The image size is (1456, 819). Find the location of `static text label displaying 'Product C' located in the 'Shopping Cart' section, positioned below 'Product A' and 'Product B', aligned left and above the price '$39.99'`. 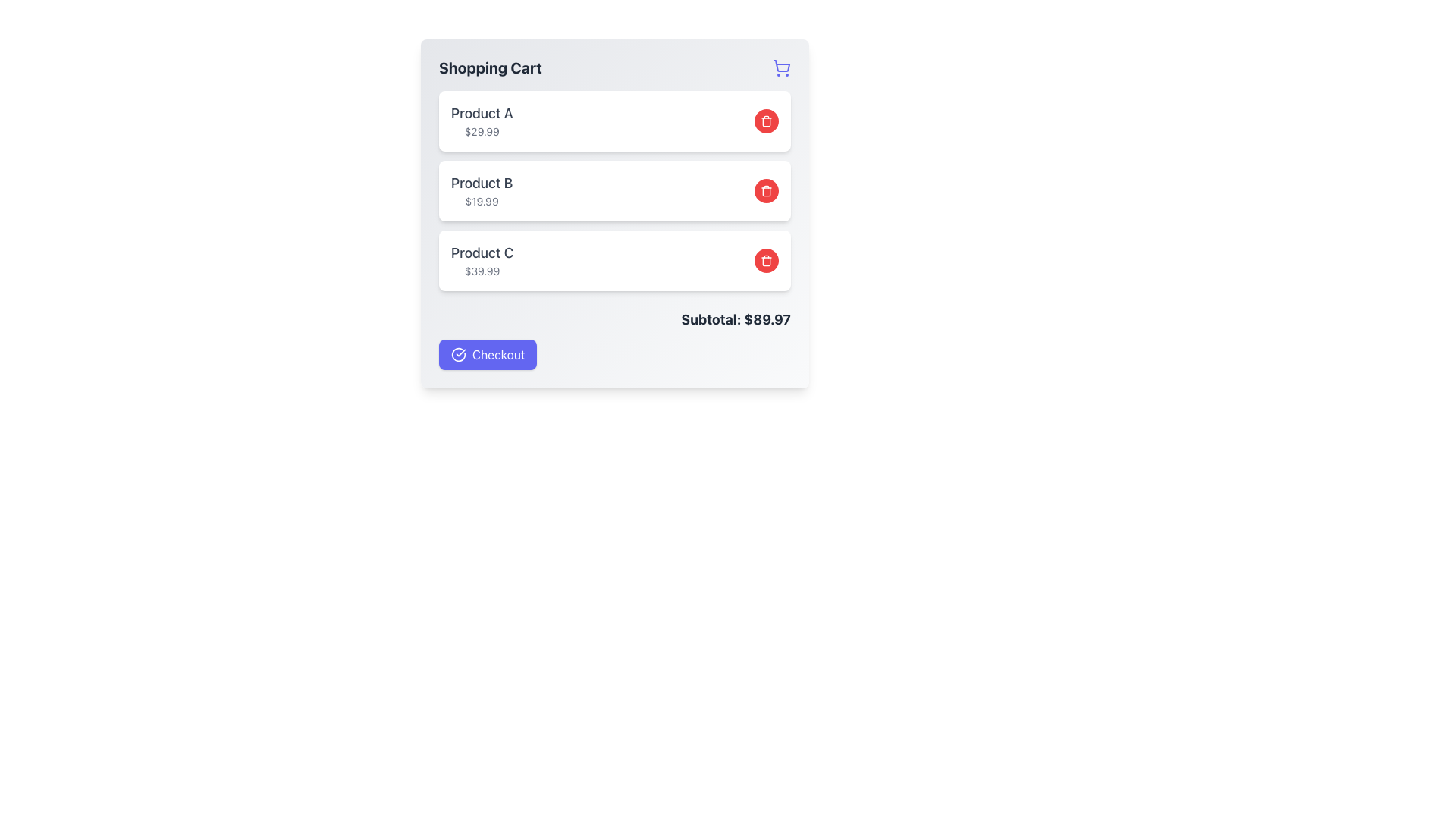

static text label displaying 'Product C' located in the 'Shopping Cart' section, positioned below 'Product A' and 'Product B', aligned left and above the price '$39.99' is located at coordinates (482, 253).